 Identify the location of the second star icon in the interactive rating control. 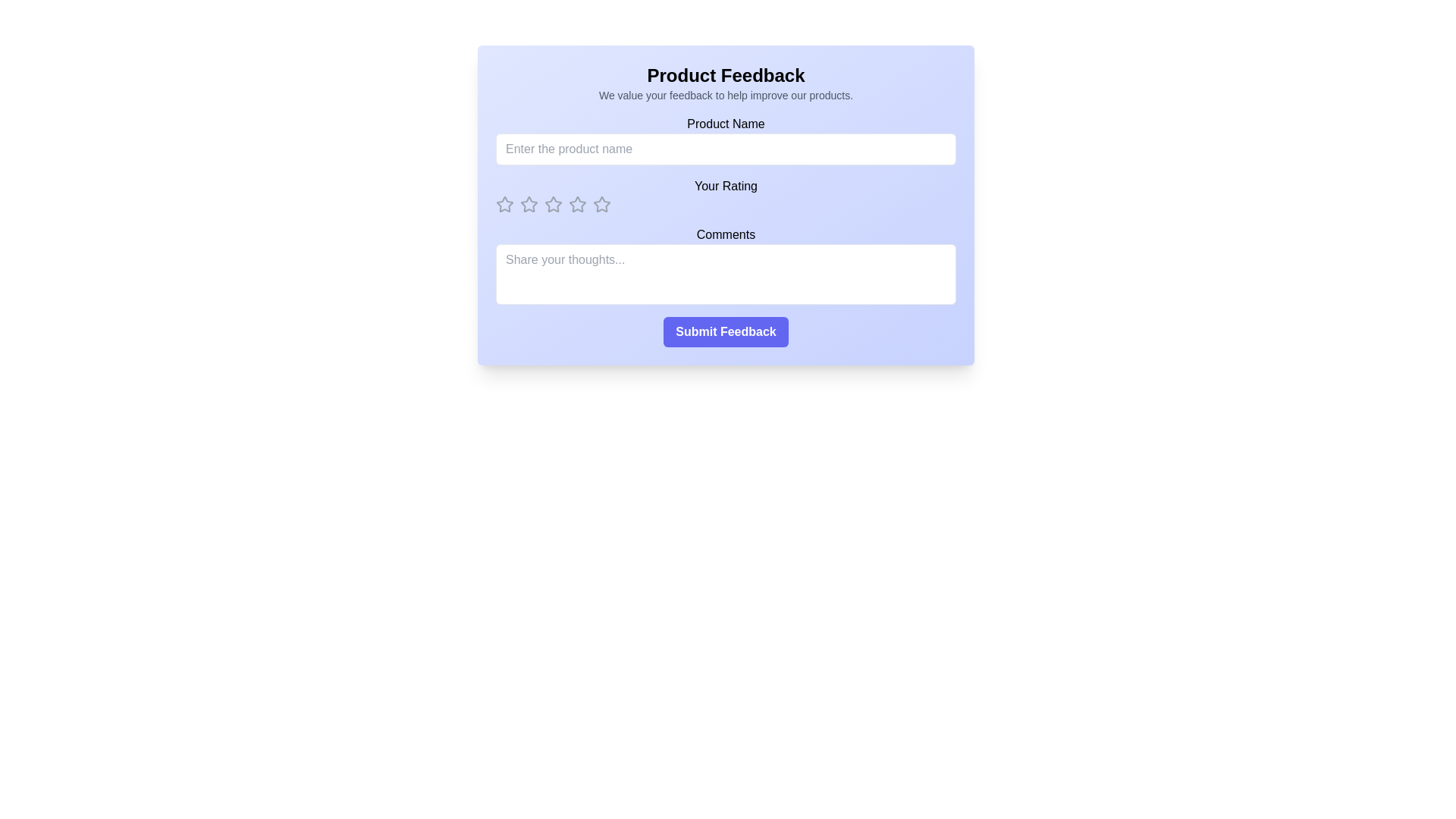
(529, 203).